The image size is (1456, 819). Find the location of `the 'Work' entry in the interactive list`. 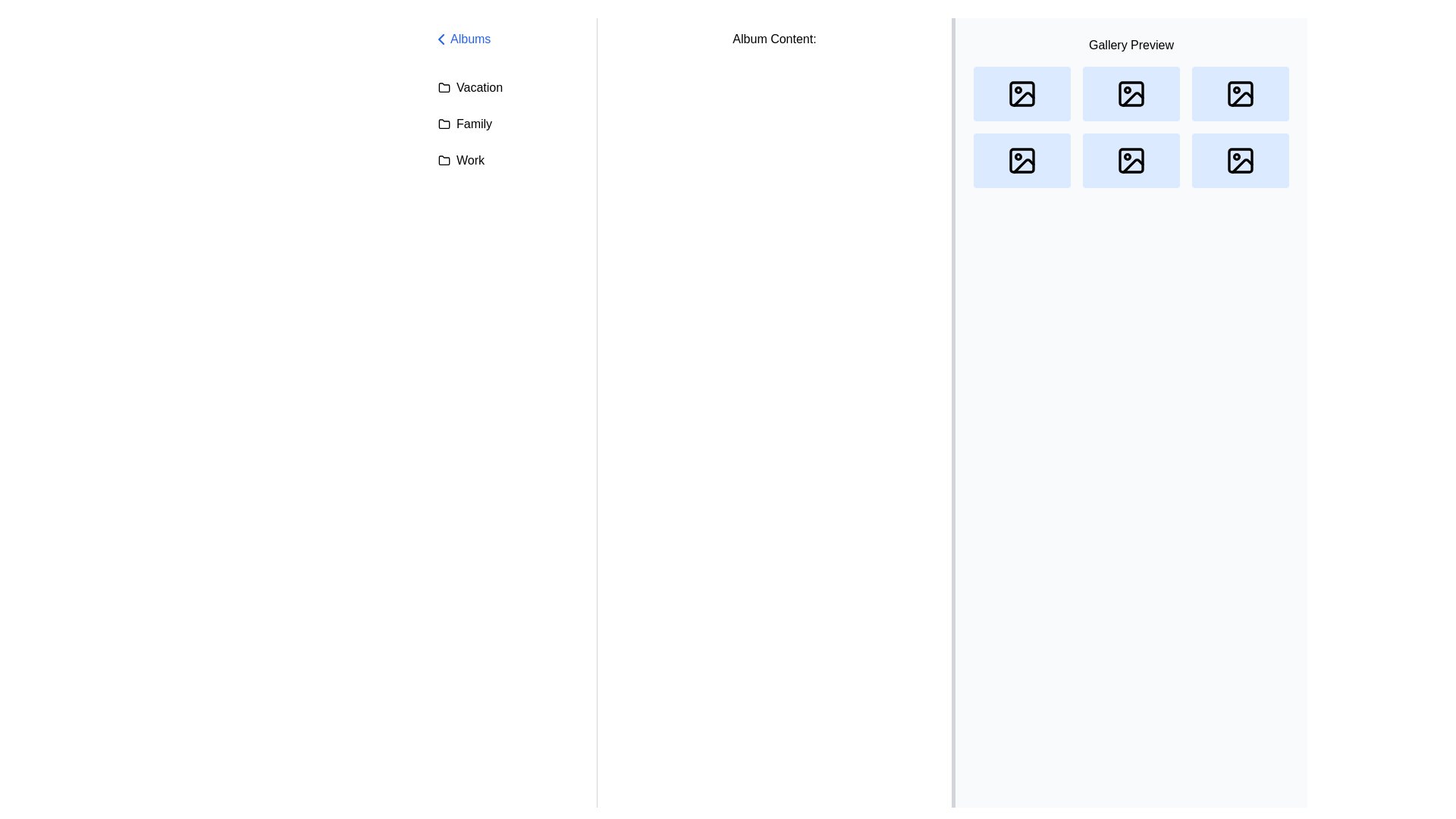

the 'Work' entry in the interactive list is located at coordinates (508, 161).